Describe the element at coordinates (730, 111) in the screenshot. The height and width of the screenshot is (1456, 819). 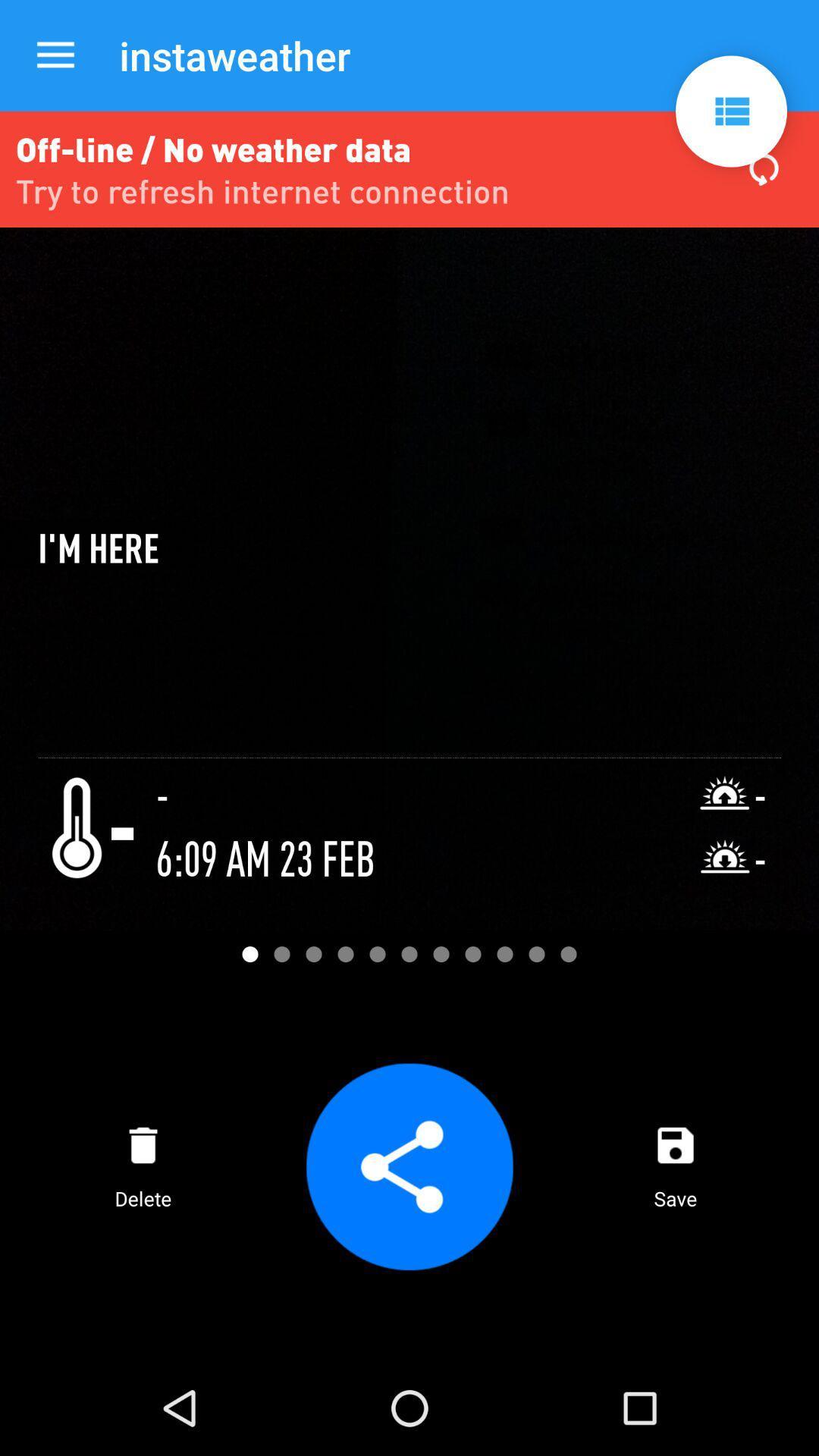
I see `settings` at that location.